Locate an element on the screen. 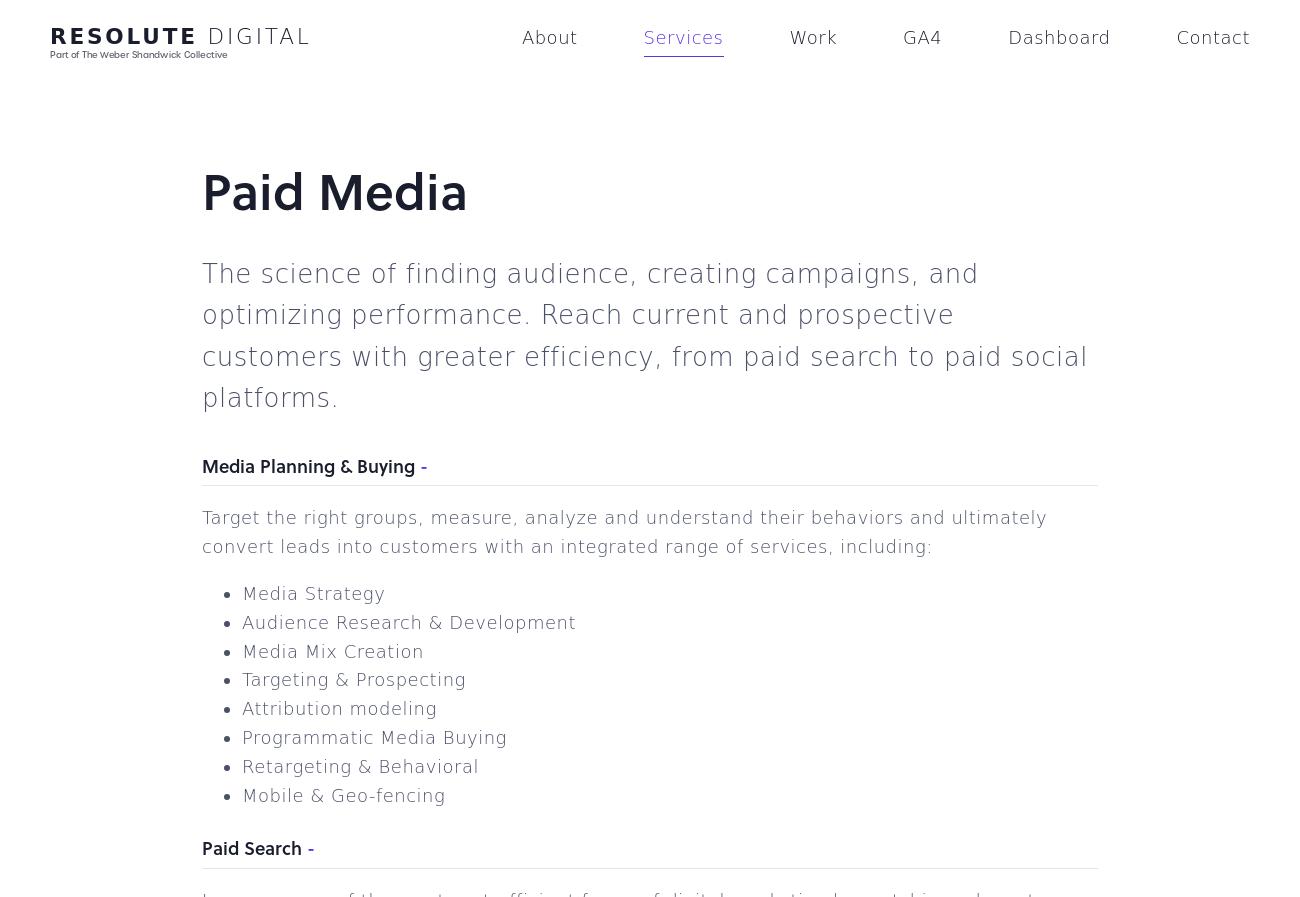 This screenshot has height=897, width=1300. 'Targeting & Prospecting' is located at coordinates (352, 679).